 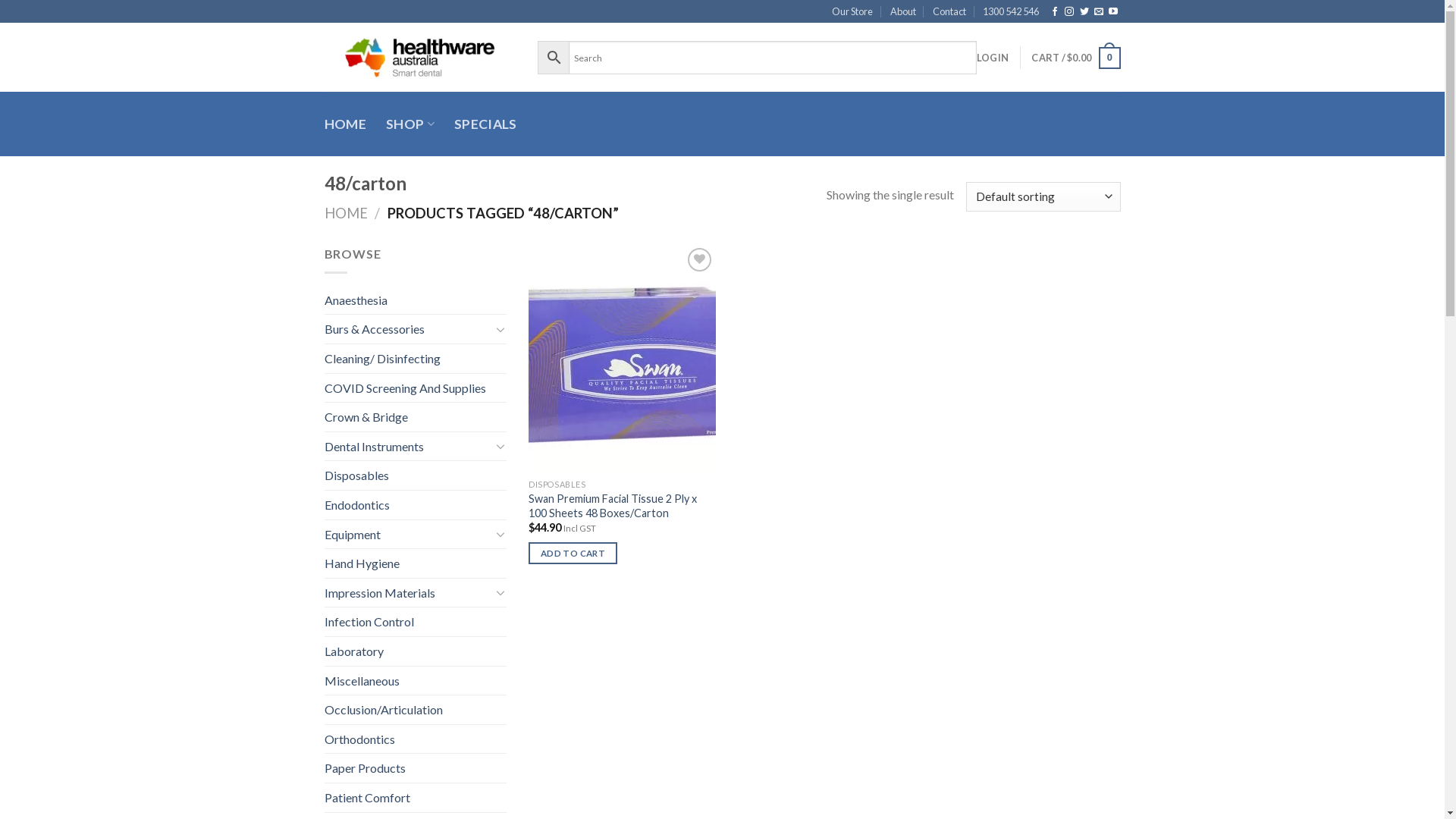 What do you see at coordinates (323, 592) in the screenshot?
I see `'Impression Materials'` at bounding box center [323, 592].